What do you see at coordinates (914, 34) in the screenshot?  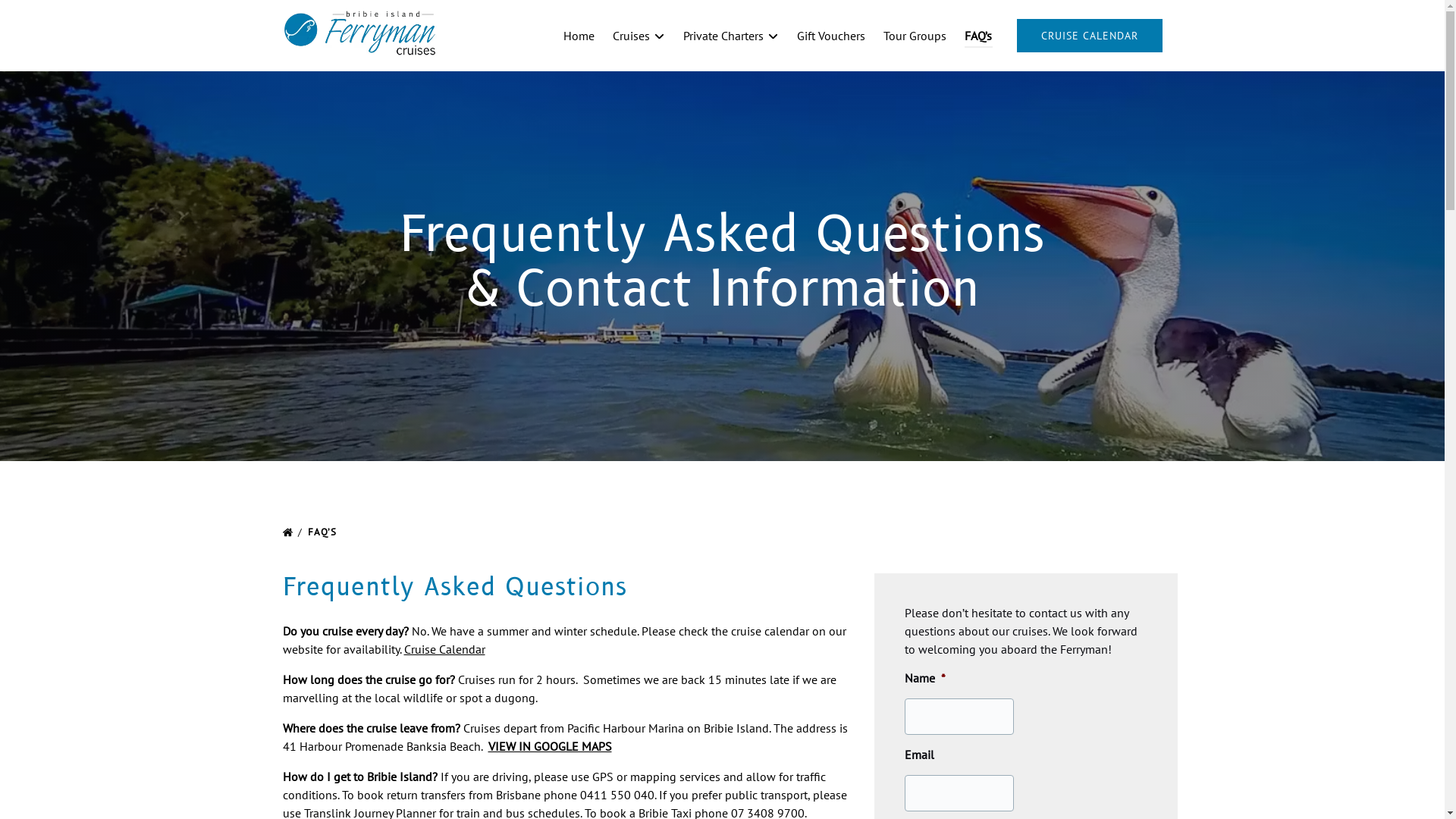 I see `'Tour Groups'` at bounding box center [914, 34].